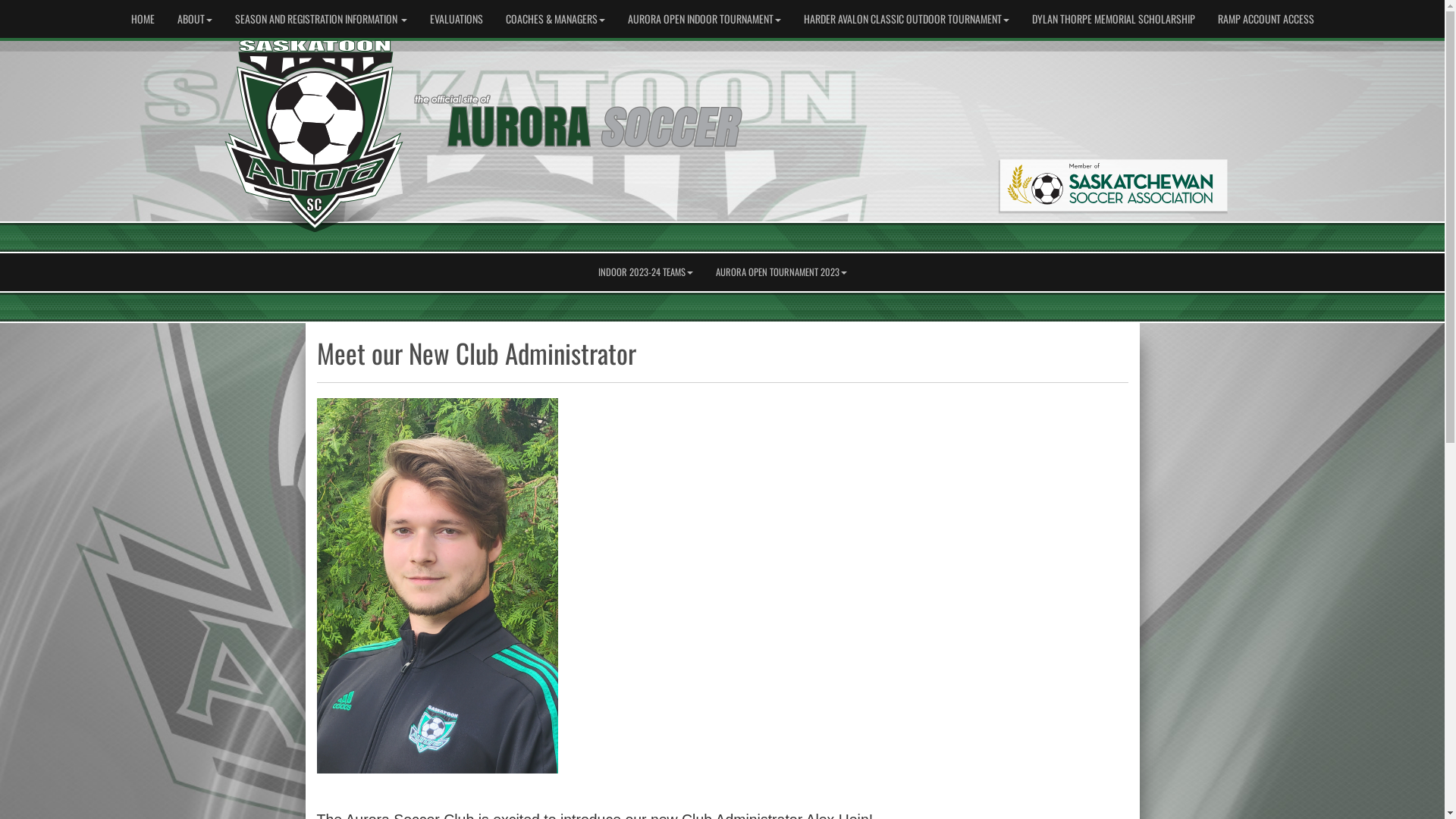 This screenshot has width=1456, height=819. Describe the element at coordinates (554, 18) in the screenshot. I see `'COACHES & MANAGERS'` at that location.